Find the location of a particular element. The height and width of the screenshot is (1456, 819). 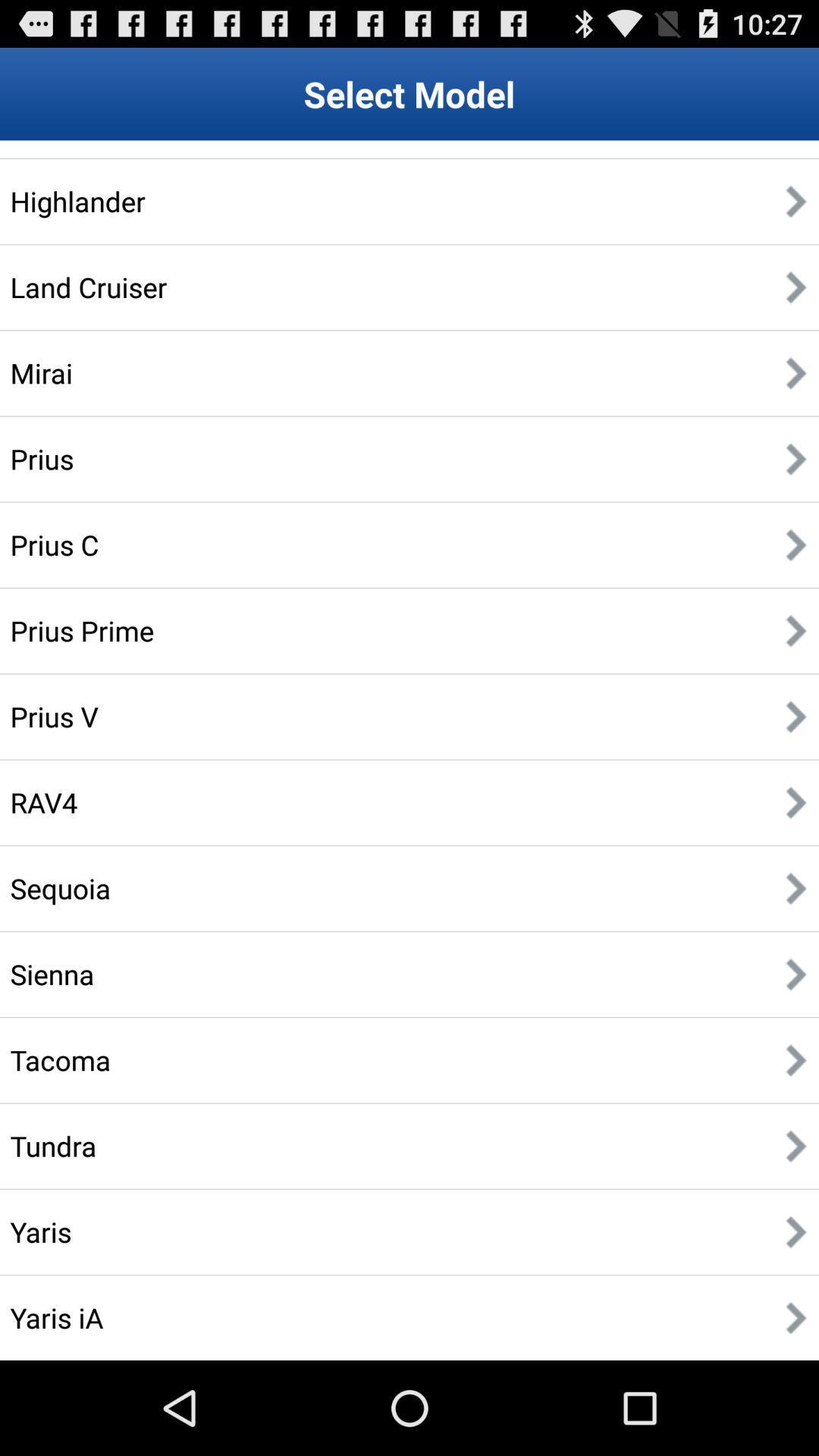

icon below the rav4 icon is located at coordinates (59, 888).